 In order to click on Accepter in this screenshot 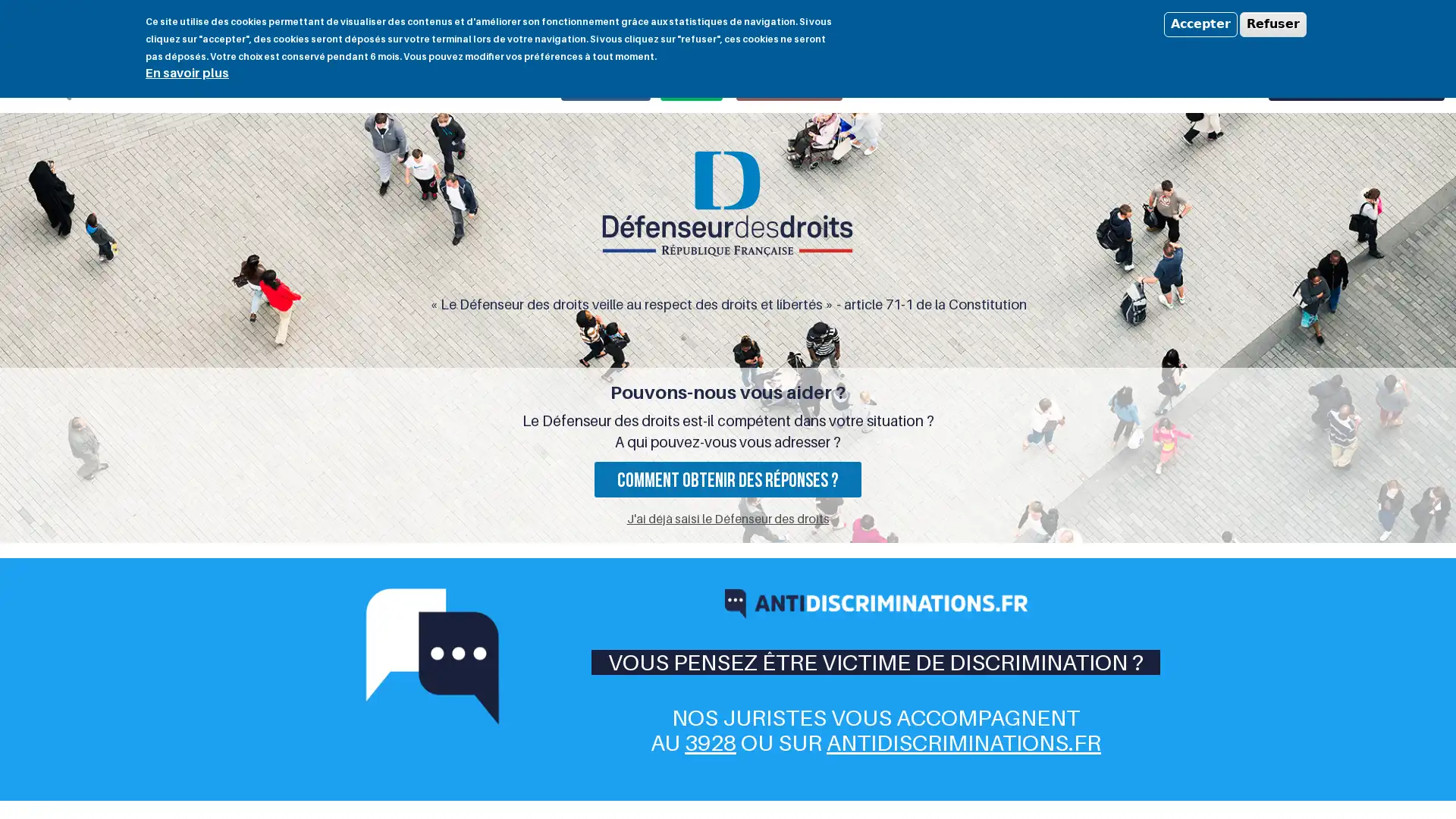, I will do `click(1200, 24)`.